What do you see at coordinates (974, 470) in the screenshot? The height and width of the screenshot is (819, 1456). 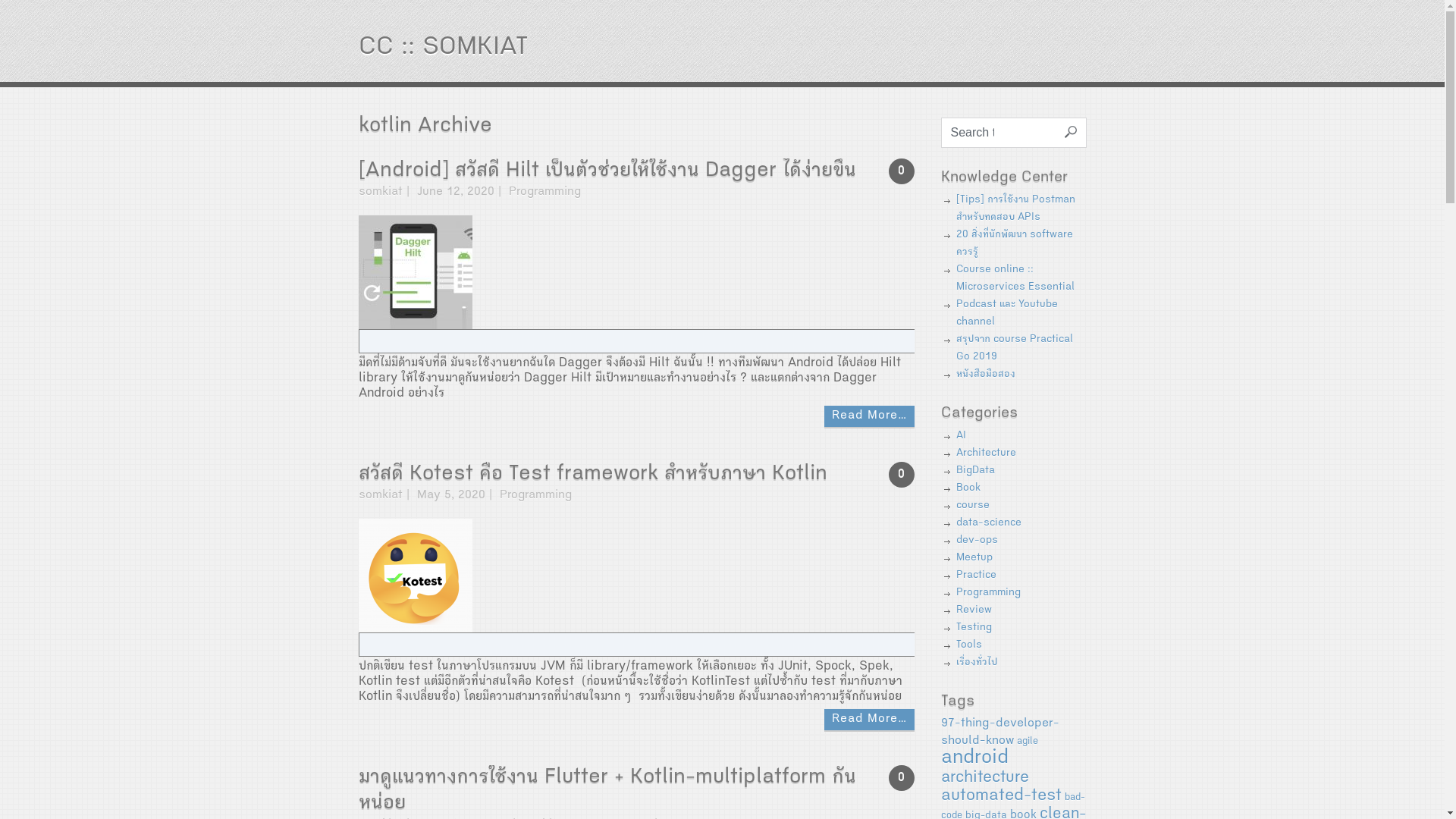 I see `'BigData'` at bounding box center [974, 470].